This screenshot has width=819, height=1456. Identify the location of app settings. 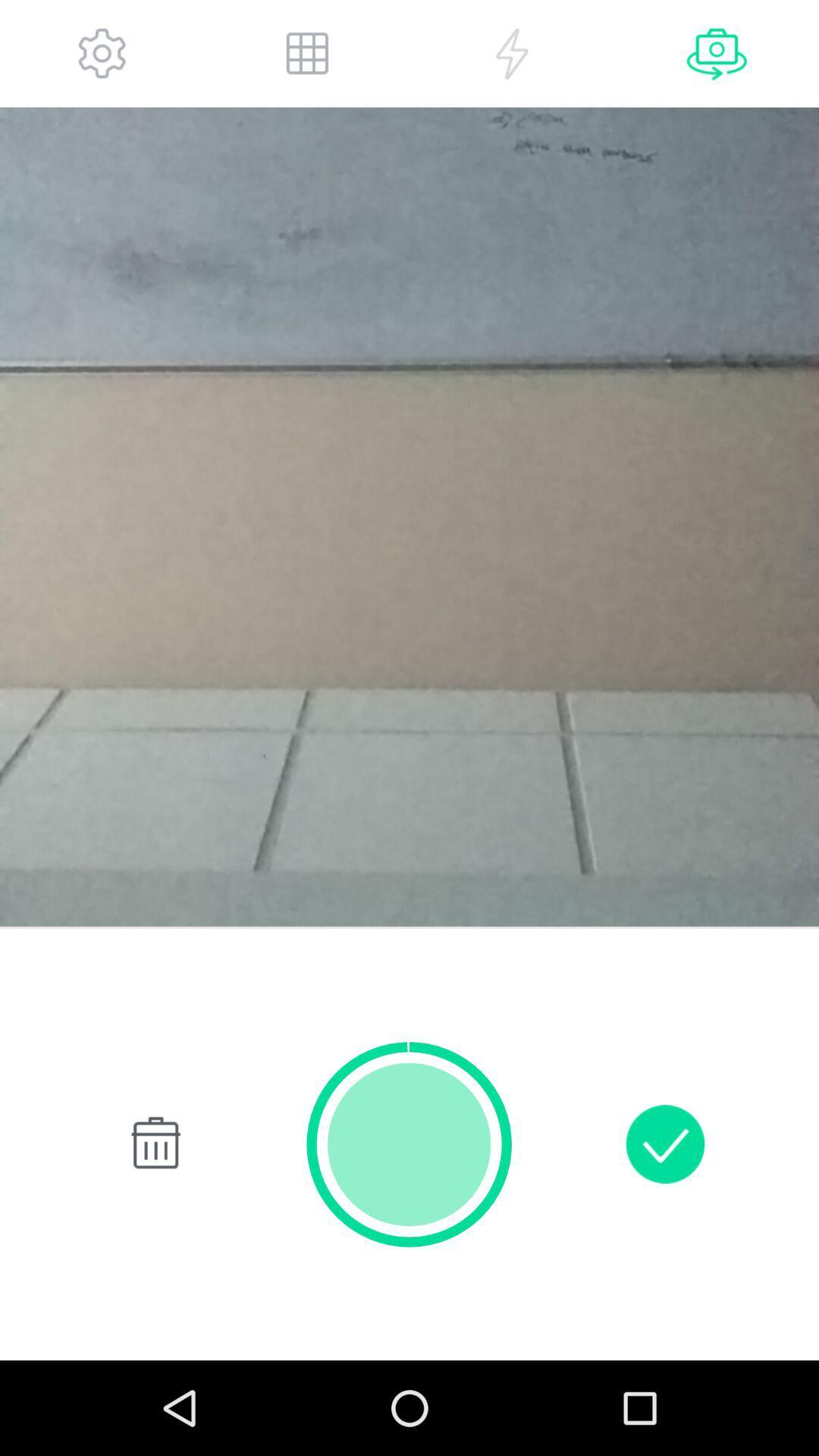
(102, 53).